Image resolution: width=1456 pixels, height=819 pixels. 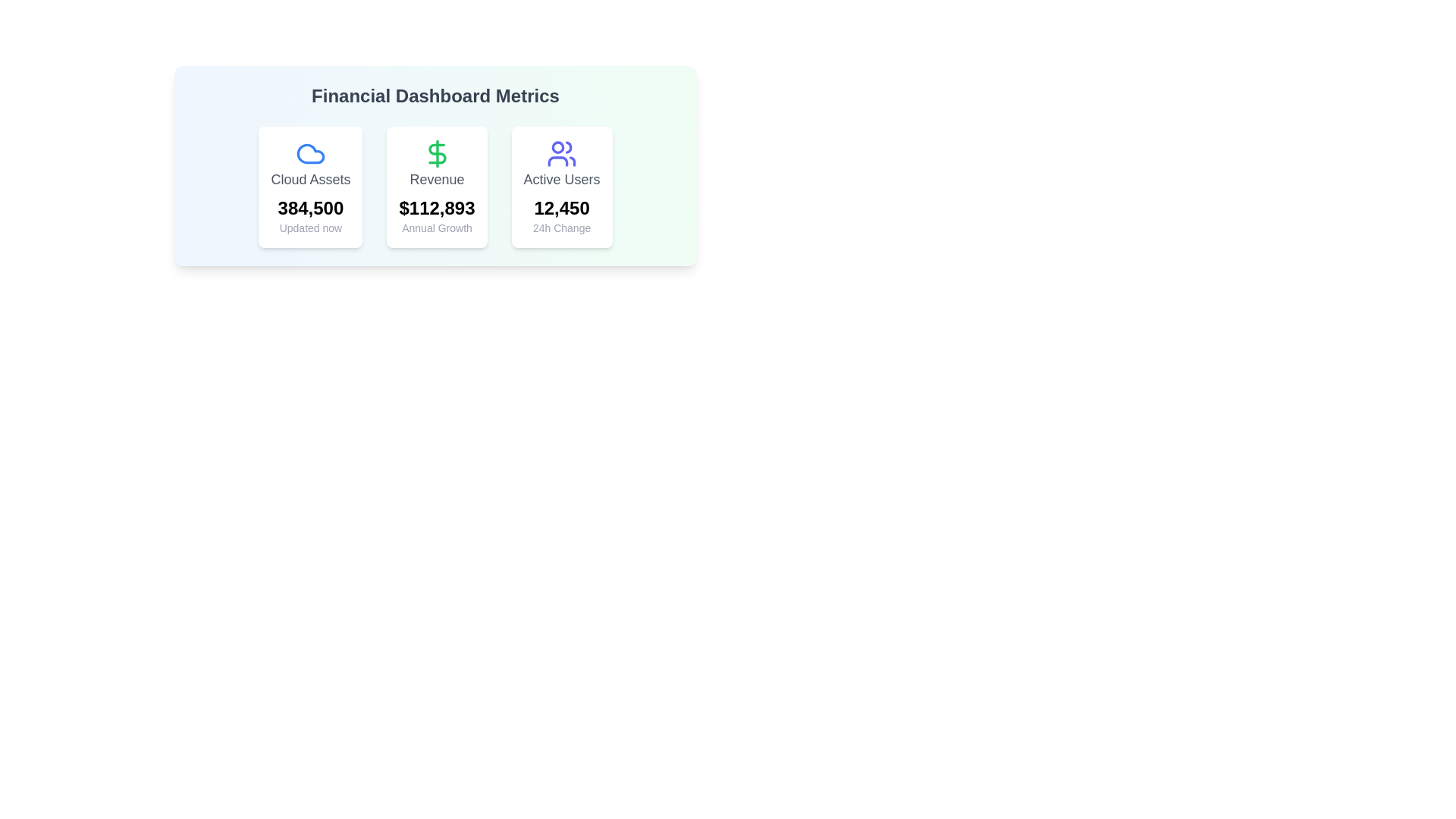 I want to click on the green dollar sign icon representing revenue, located in the middle card of the 'Revenue' metrics section, positioned above the revenue amount displayed as '$112,893', so click(x=436, y=154).